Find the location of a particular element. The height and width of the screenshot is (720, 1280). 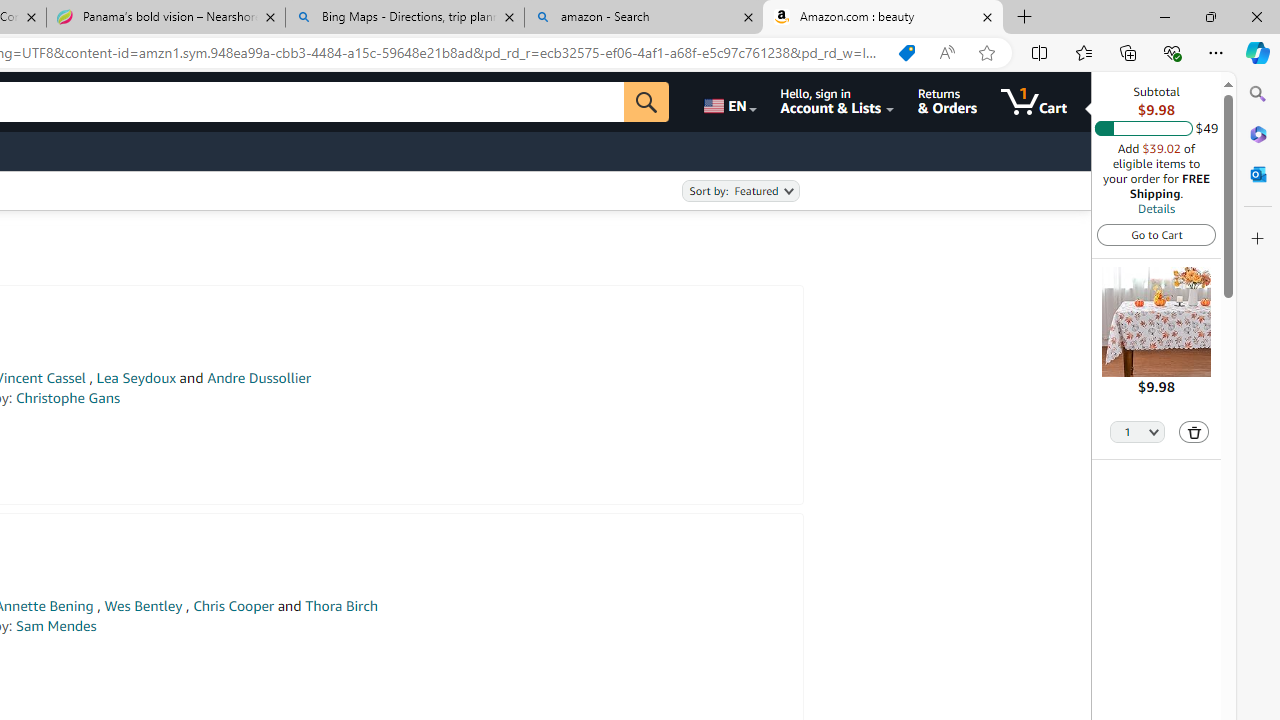

'Delete' is located at coordinates (1194, 430).